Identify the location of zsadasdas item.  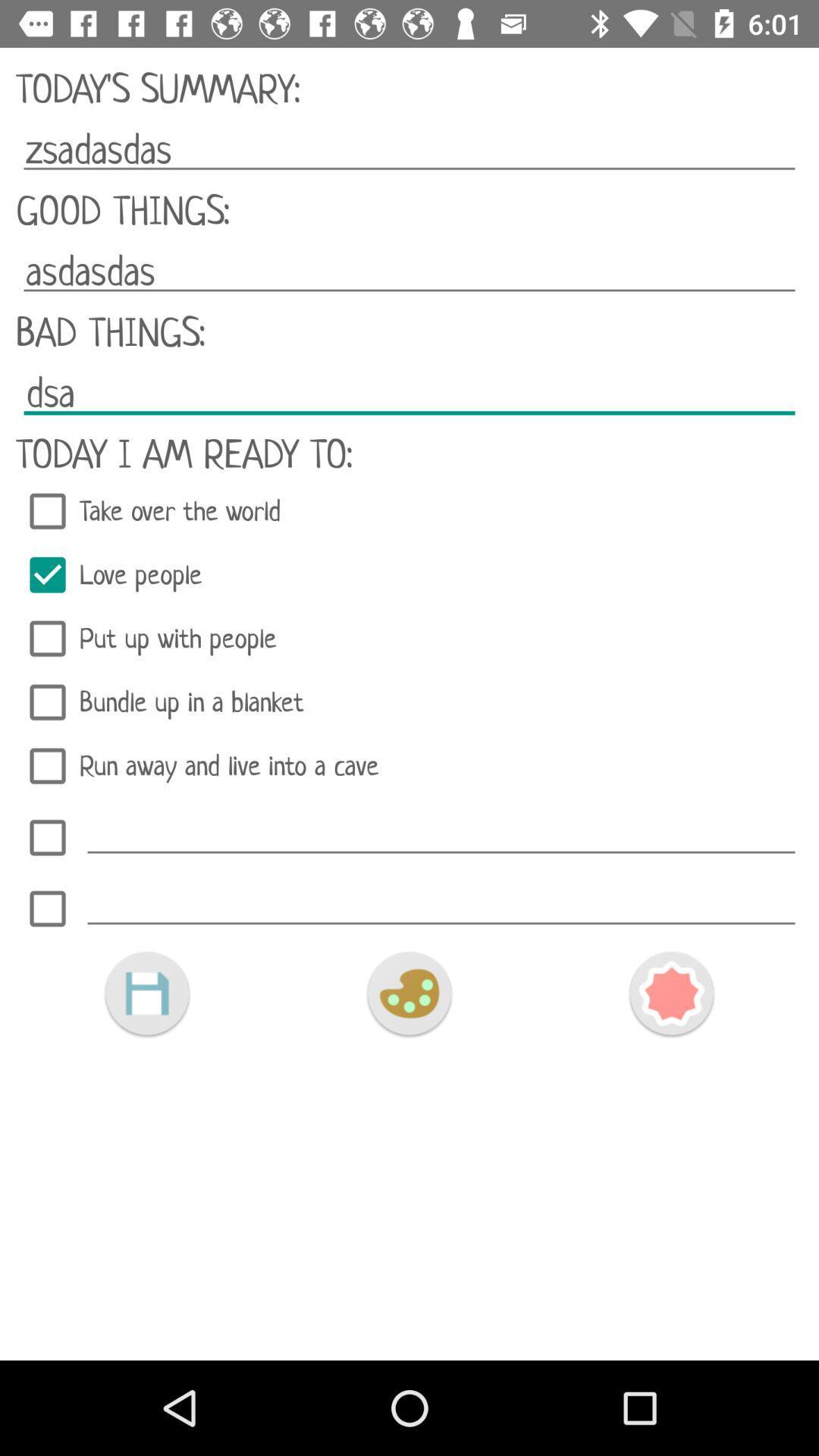
(409, 149).